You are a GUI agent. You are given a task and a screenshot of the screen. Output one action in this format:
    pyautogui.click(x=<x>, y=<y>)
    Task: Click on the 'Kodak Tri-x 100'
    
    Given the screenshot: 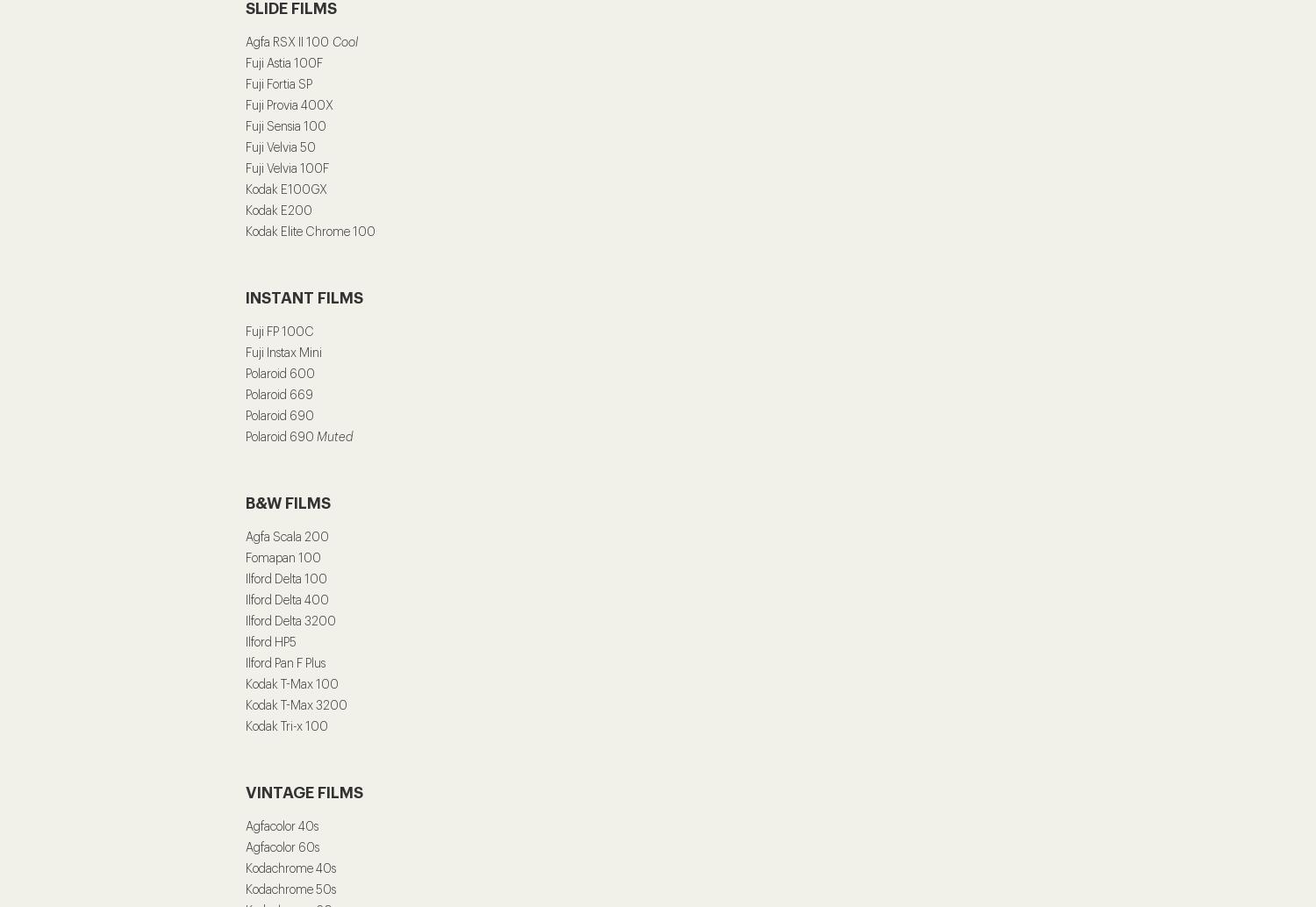 What is the action you would take?
    pyautogui.click(x=286, y=725)
    